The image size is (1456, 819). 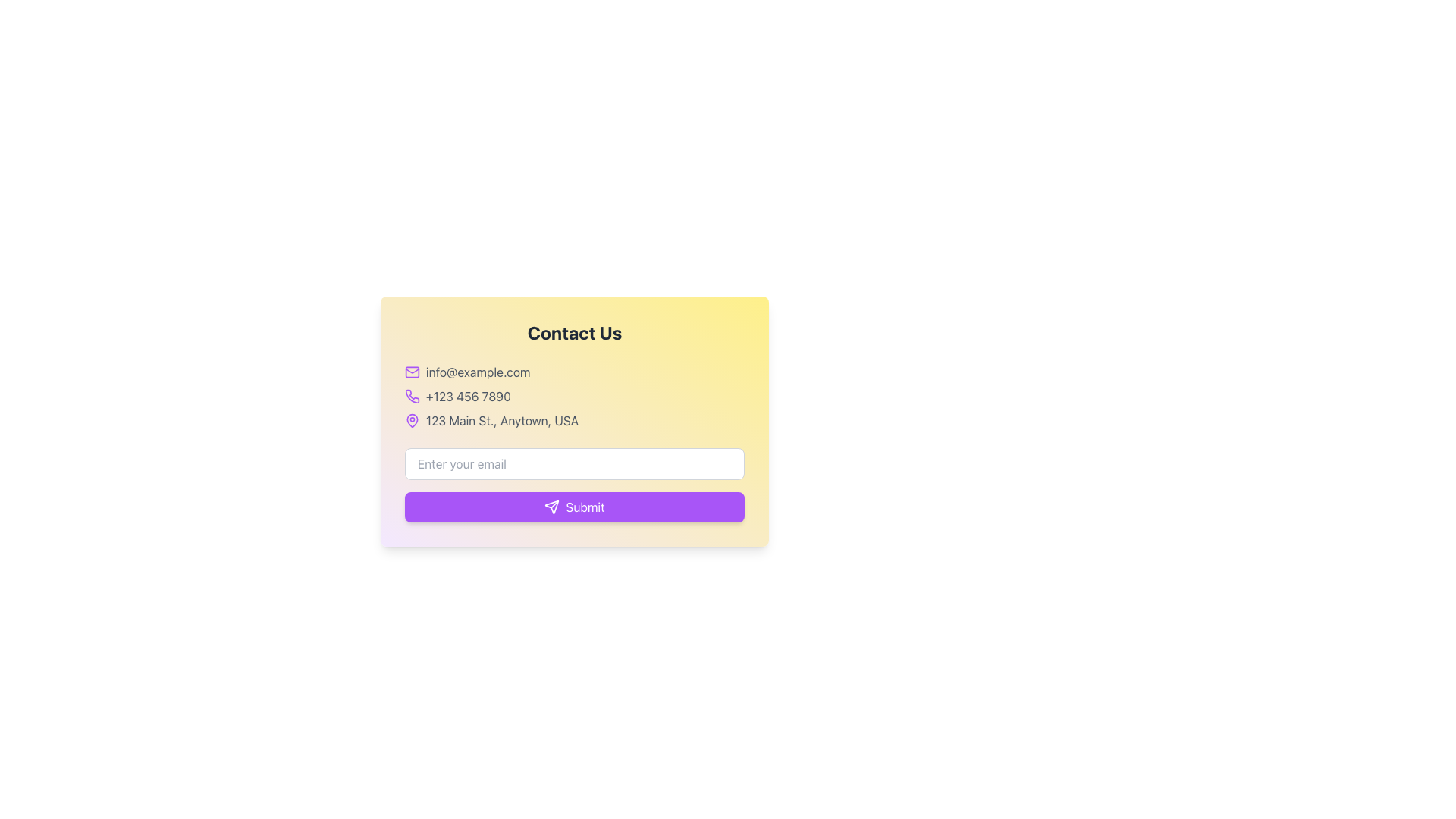 I want to click on the address icon located to the left of the text '123 Main St., Anytown, USA' in the contact information block at the bottom right of the interface, so click(x=412, y=421).